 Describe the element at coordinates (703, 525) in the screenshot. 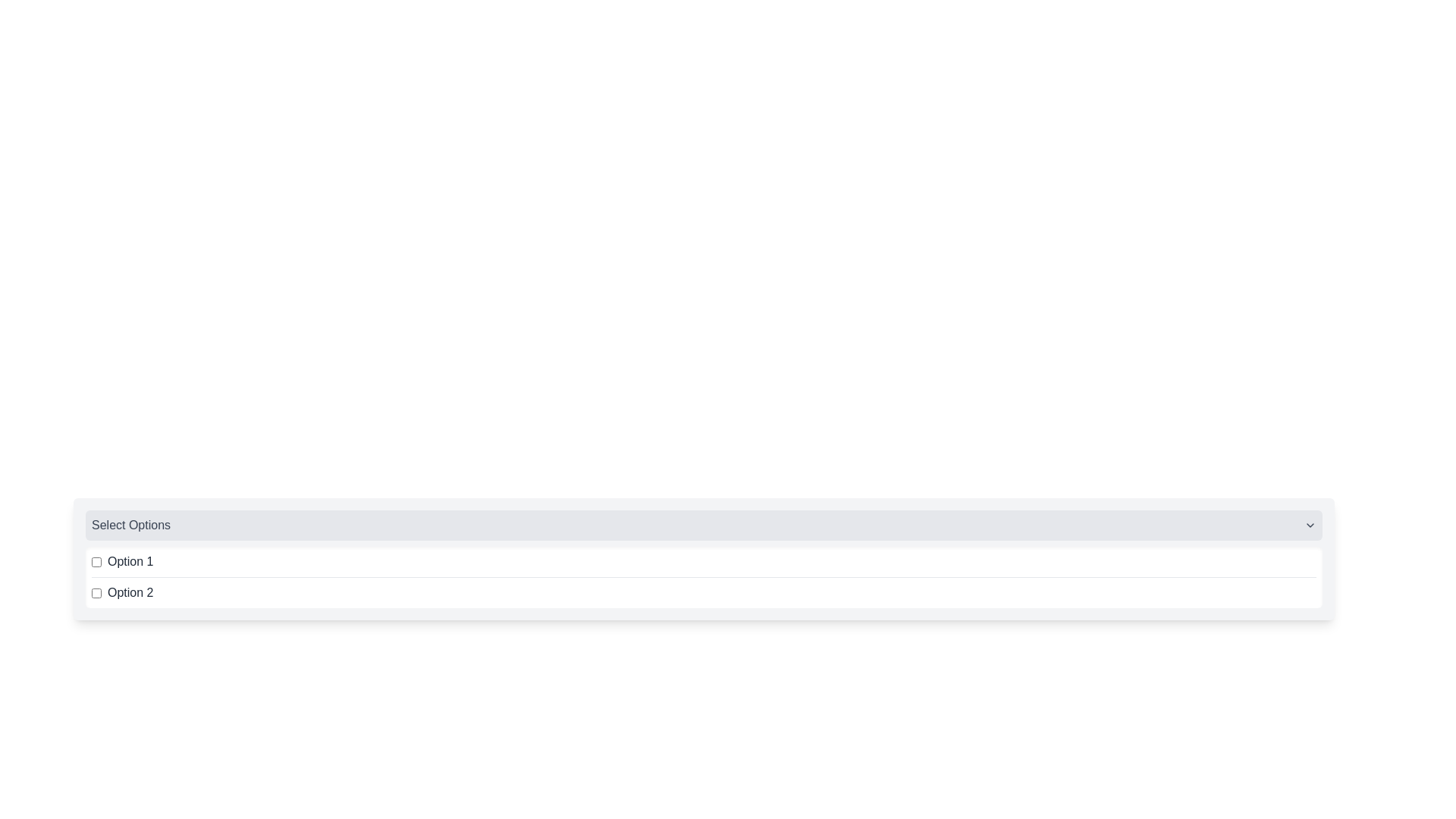

I see `the Dropdown Header labeled 'Select Options' by navigating to its center point for further interaction` at that location.